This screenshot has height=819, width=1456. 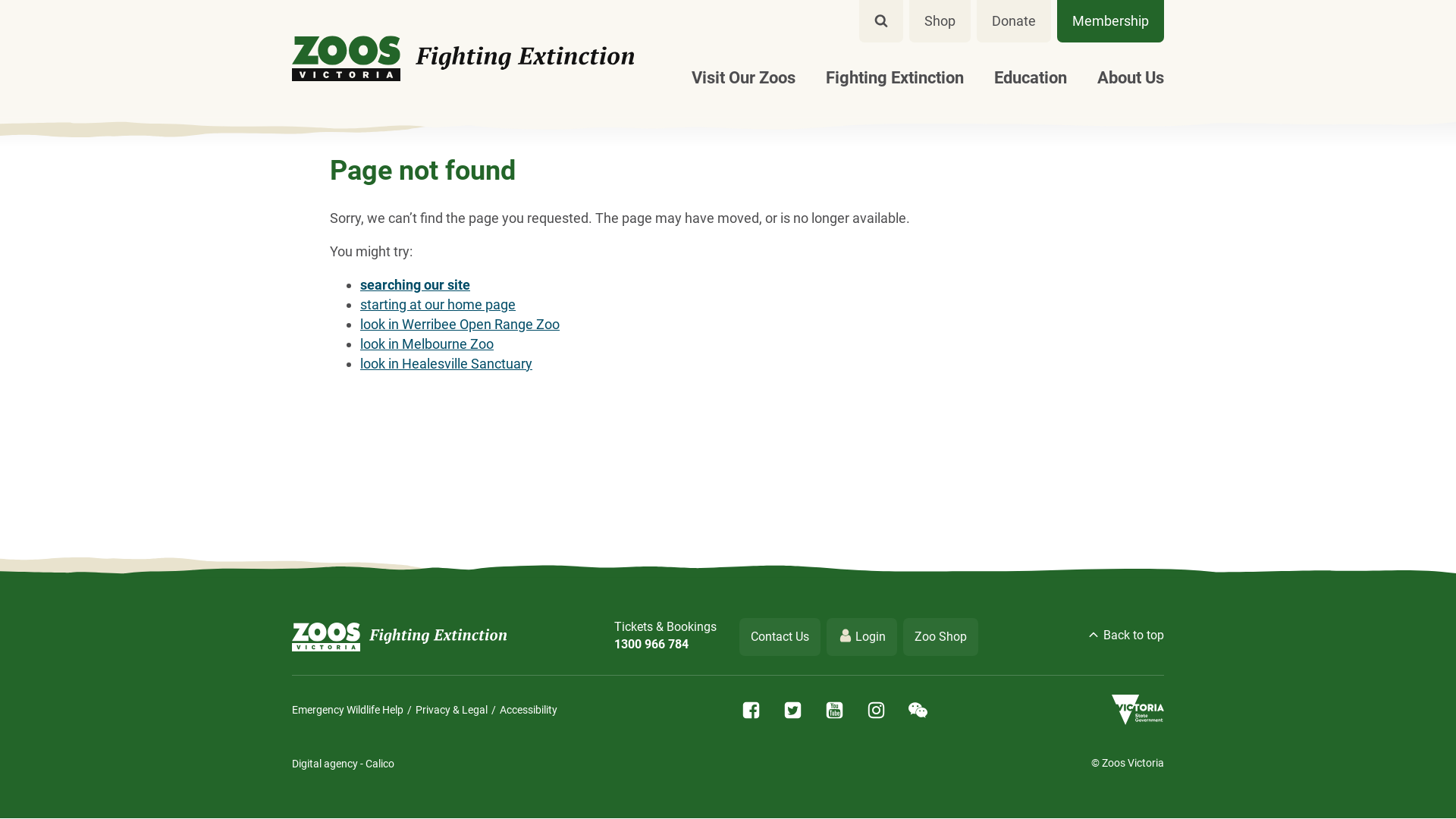 I want to click on 'searching our site', so click(x=415, y=284).